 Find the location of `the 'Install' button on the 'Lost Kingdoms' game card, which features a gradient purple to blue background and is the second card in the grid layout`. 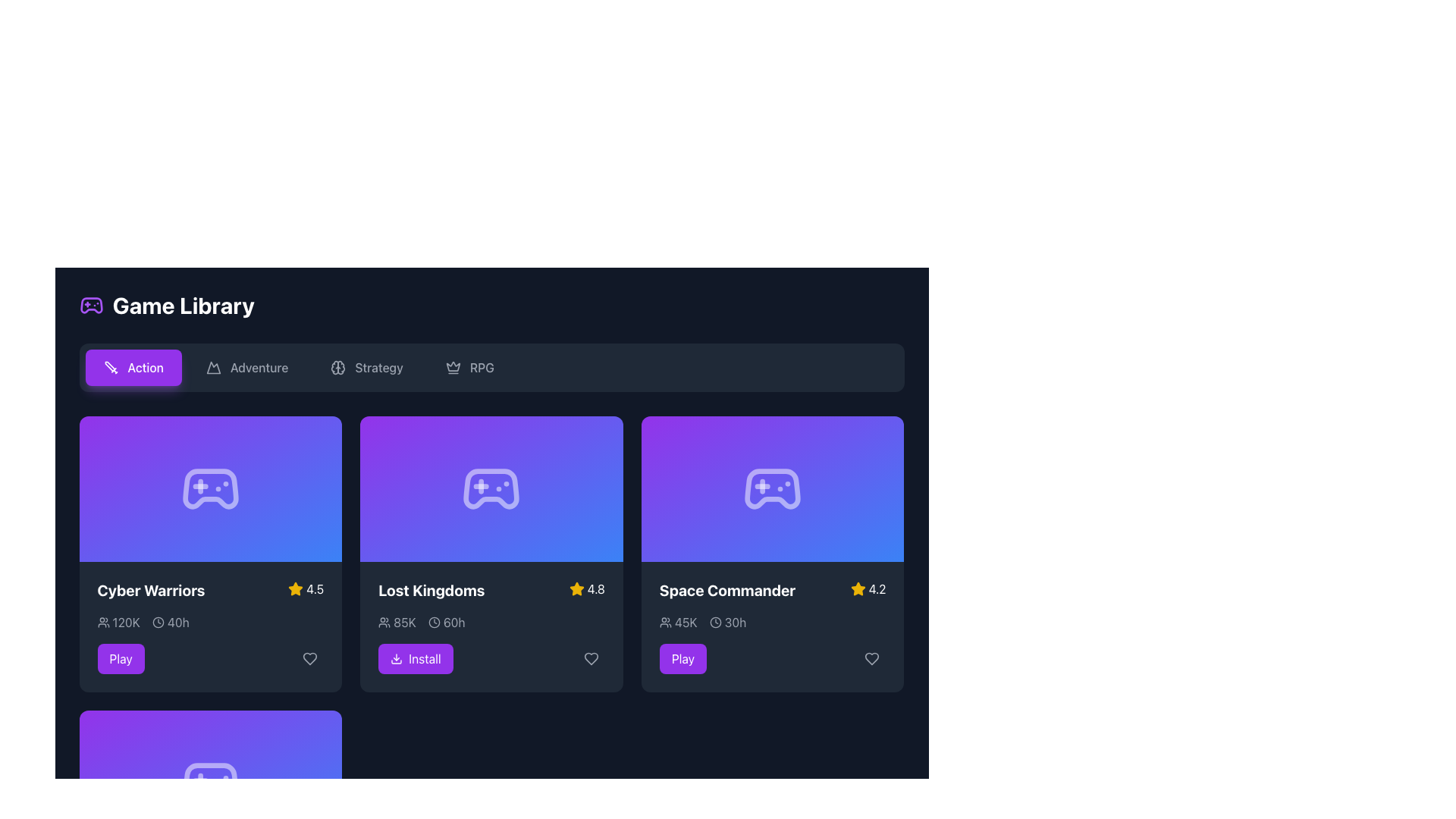

the 'Install' button on the 'Lost Kingdoms' game card, which features a gradient purple to blue background and is the second card in the grid layout is located at coordinates (491, 554).